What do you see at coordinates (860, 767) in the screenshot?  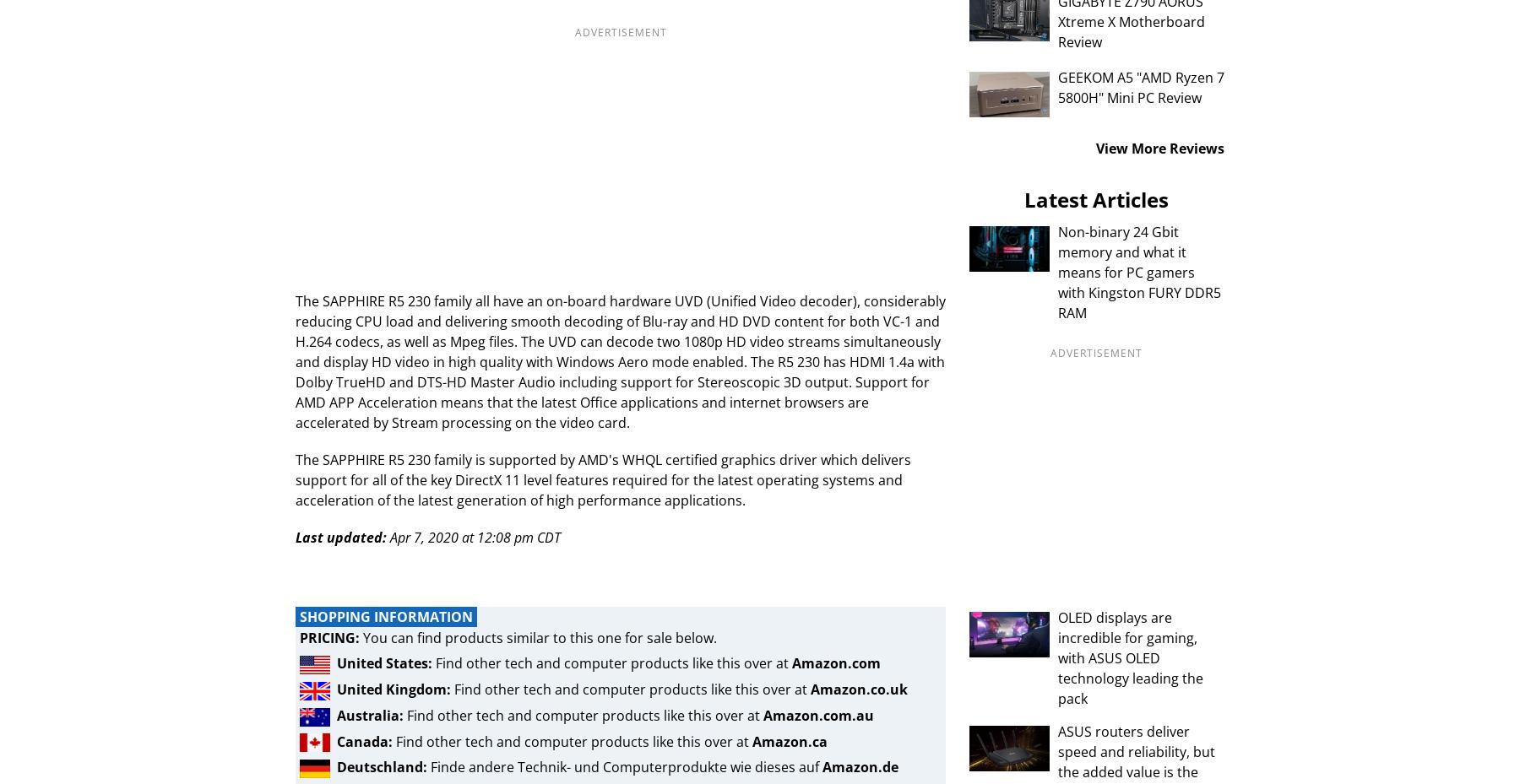 I see `'Amazon.de'` at bounding box center [860, 767].